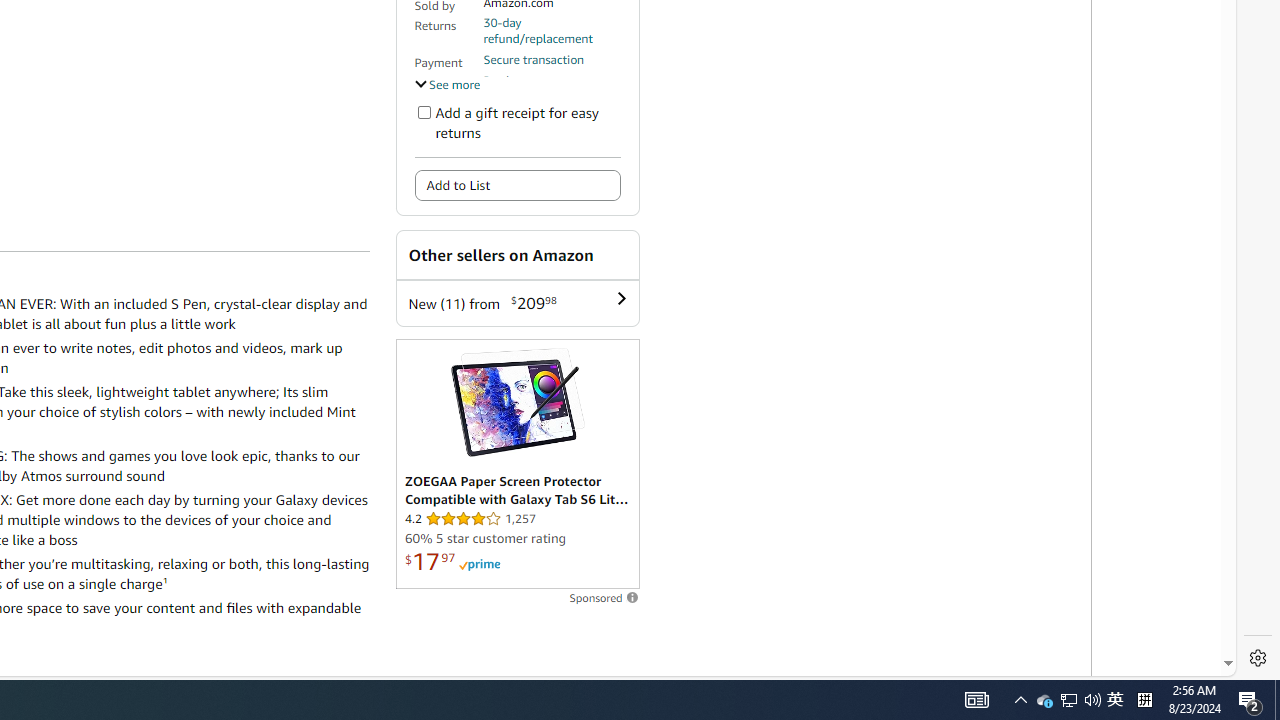 The width and height of the screenshot is (1280, 720). Describe the element at coordinates (533, 58) in the screenshot. I see `'Secure transaction'` at that location.